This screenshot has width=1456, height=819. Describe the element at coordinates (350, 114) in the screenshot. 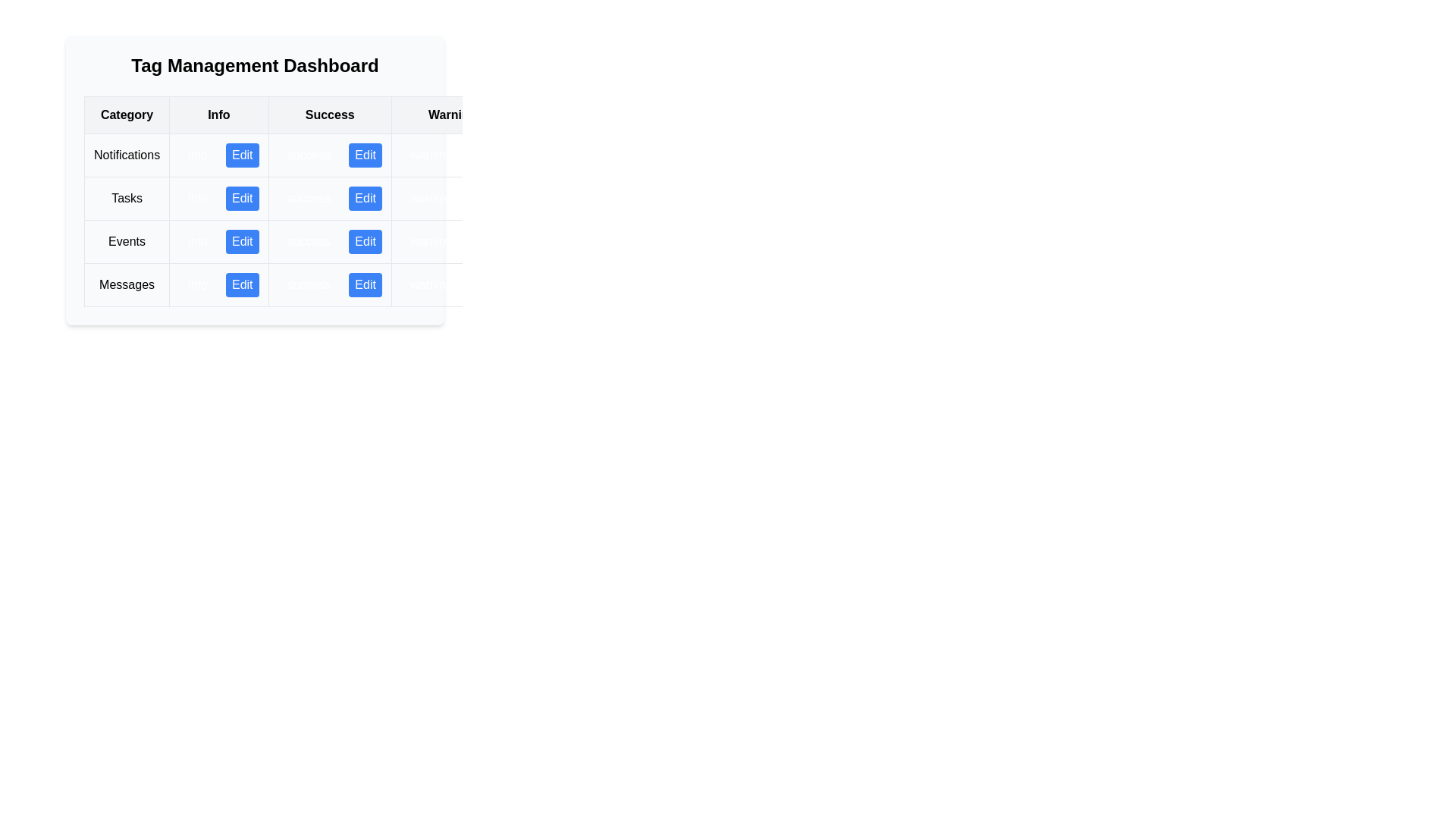

I see `the 'Success' text element in the table header row, which is styled with a bold black font on a light gray background, positioned as the third header in the grid structure` at that location.